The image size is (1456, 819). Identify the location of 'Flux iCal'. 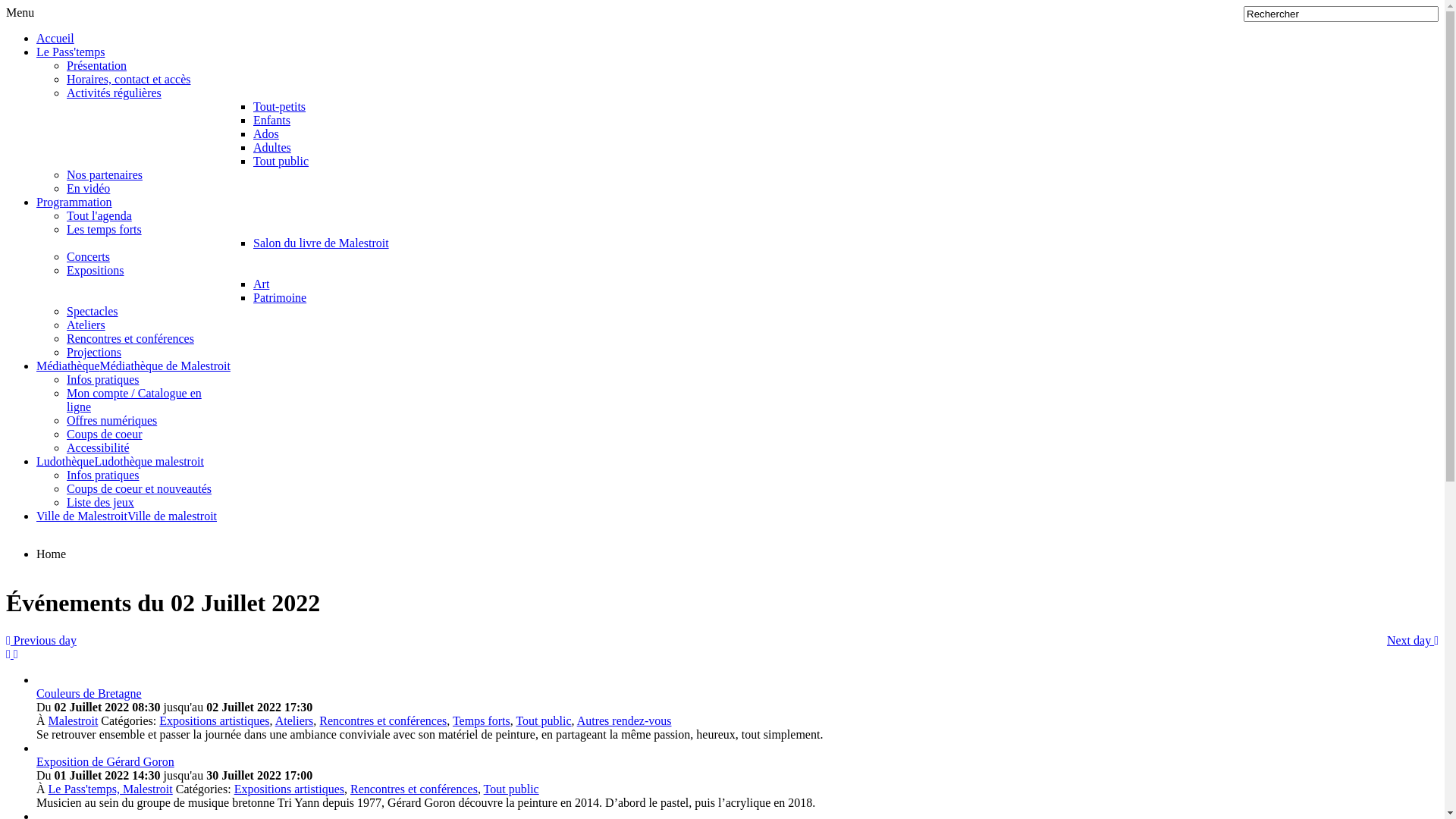
(15, 653).